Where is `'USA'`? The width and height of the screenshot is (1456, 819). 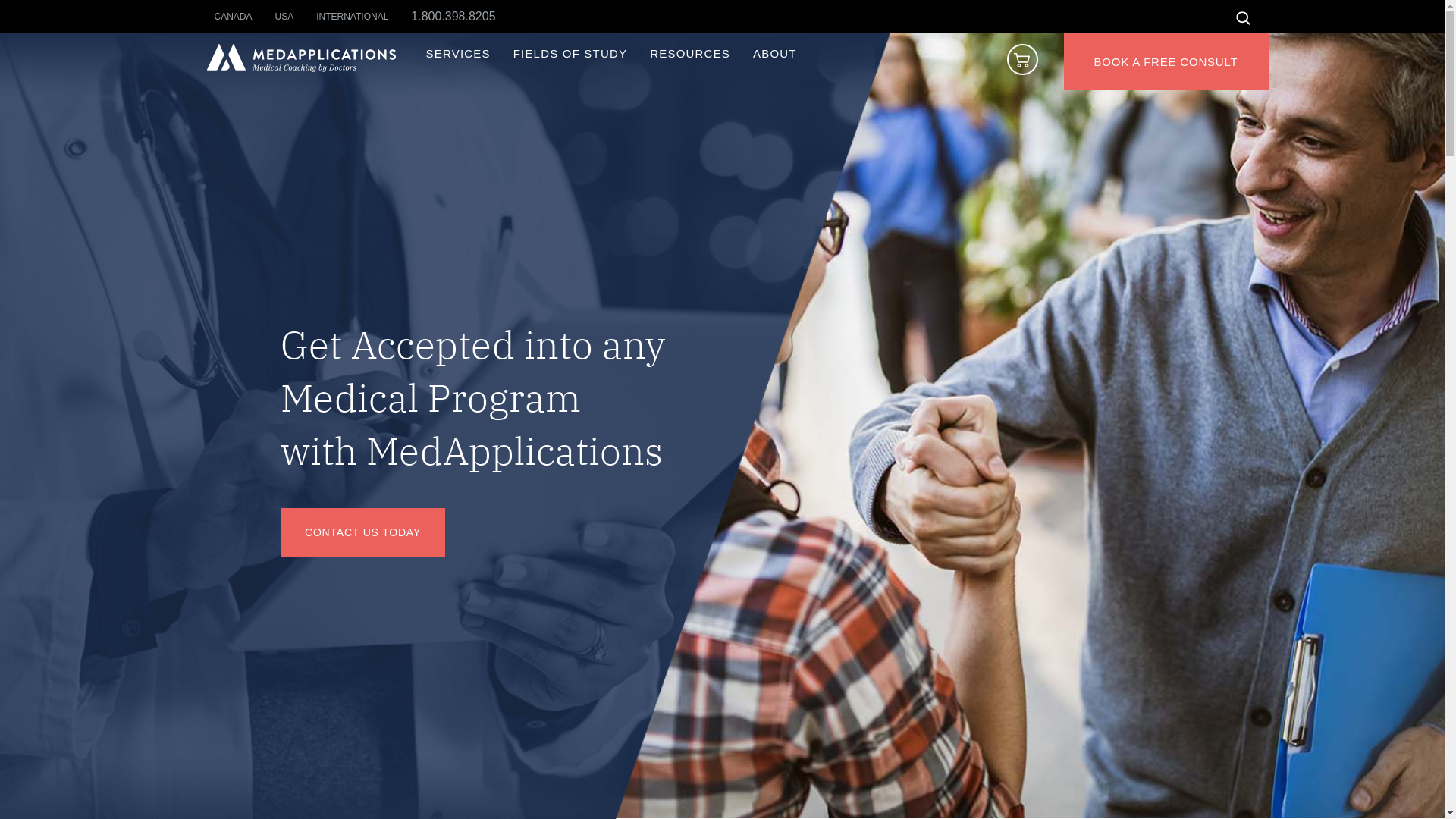
'USA' is located at coordinates (296, 17).